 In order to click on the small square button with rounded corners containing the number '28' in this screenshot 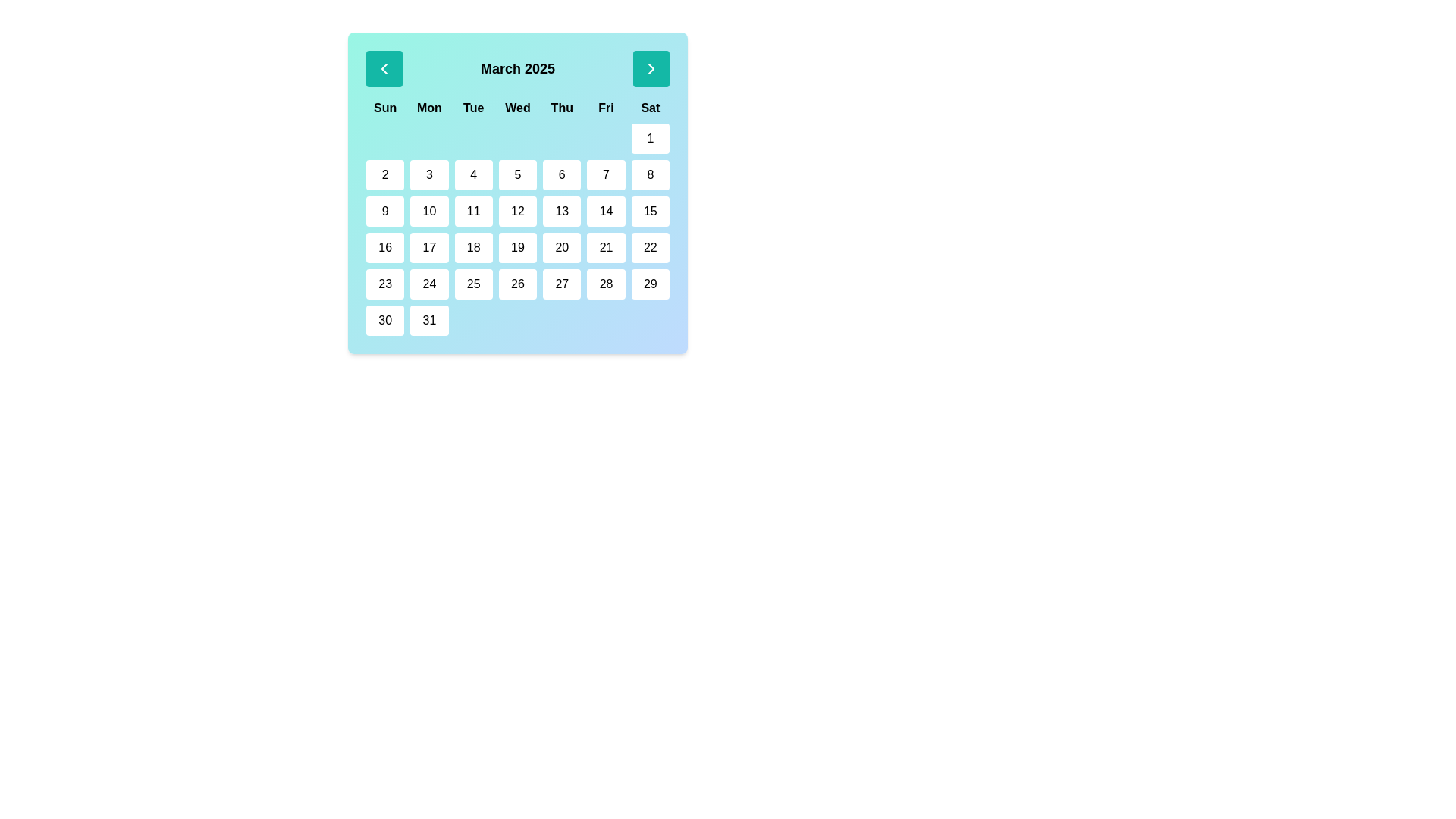, I will do `click(605, 284)`.